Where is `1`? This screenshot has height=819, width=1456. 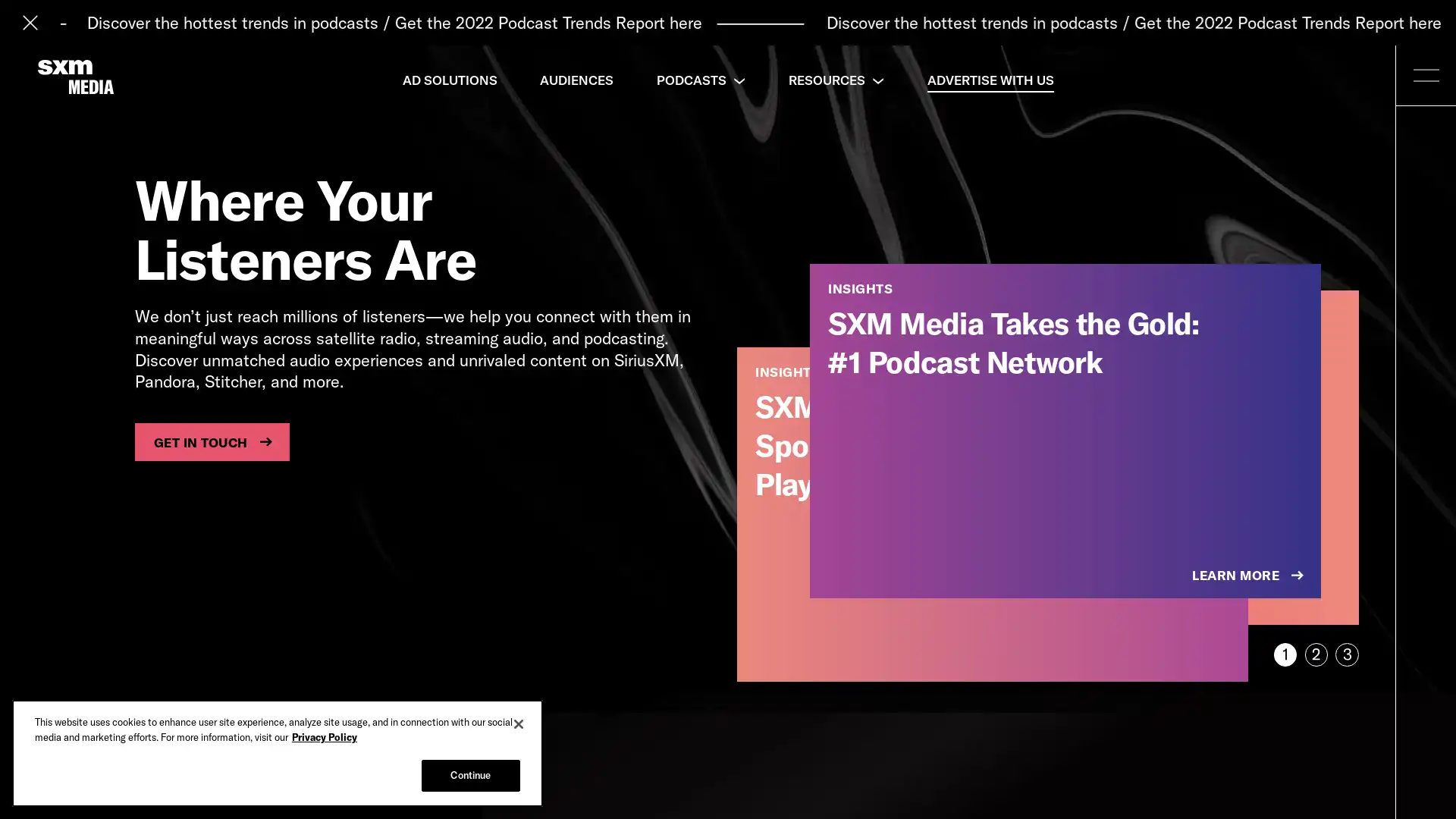
1 is located at coordinates (1284, 654).